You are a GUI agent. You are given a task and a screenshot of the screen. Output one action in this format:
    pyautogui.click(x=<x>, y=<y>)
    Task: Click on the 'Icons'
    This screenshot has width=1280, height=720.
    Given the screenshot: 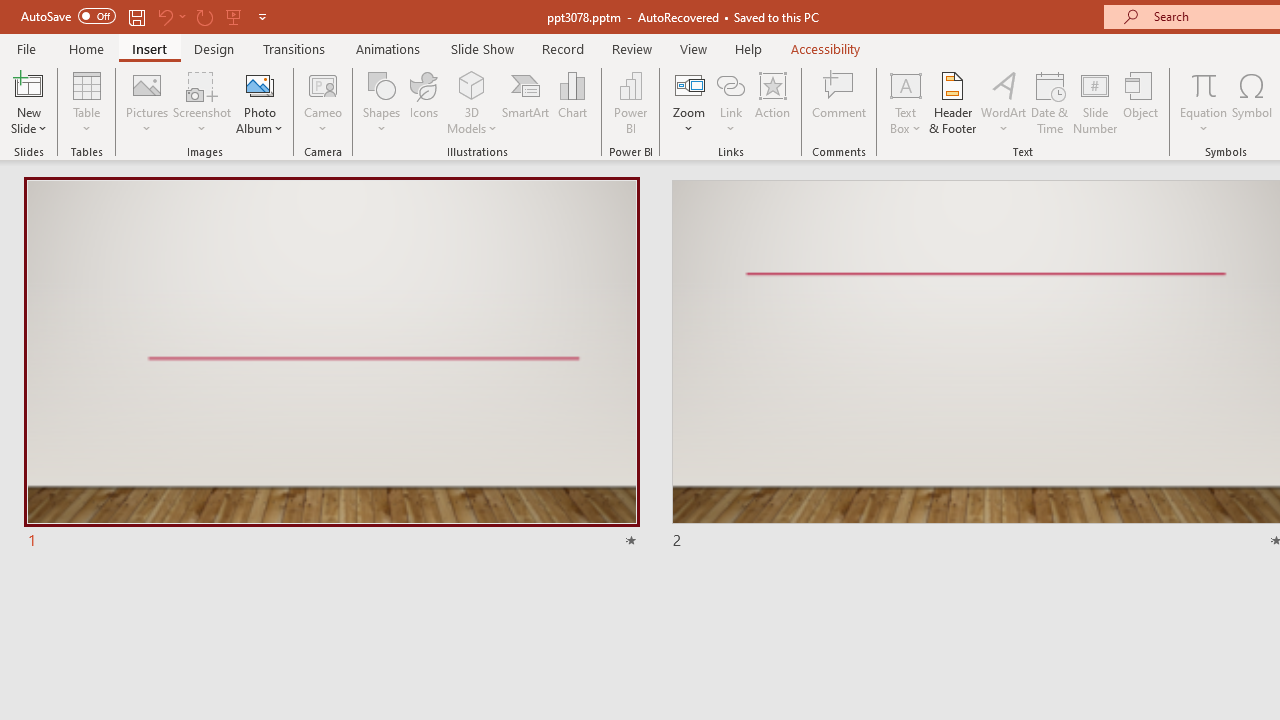 What is the action you would take?
    pyautogui.click(x=423, y=103)
    